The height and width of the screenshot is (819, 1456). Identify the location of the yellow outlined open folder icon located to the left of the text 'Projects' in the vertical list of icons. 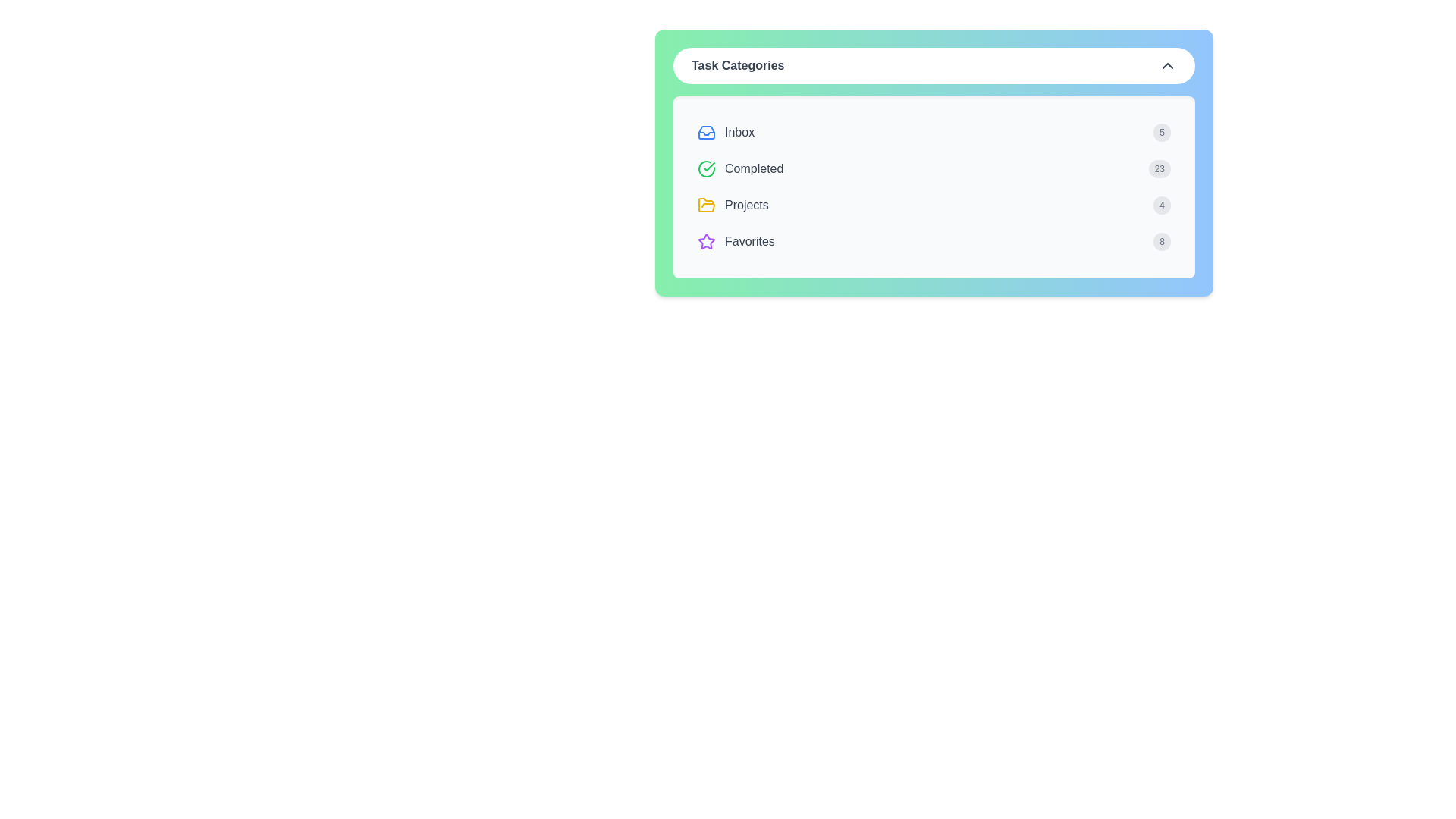
(705, 205).